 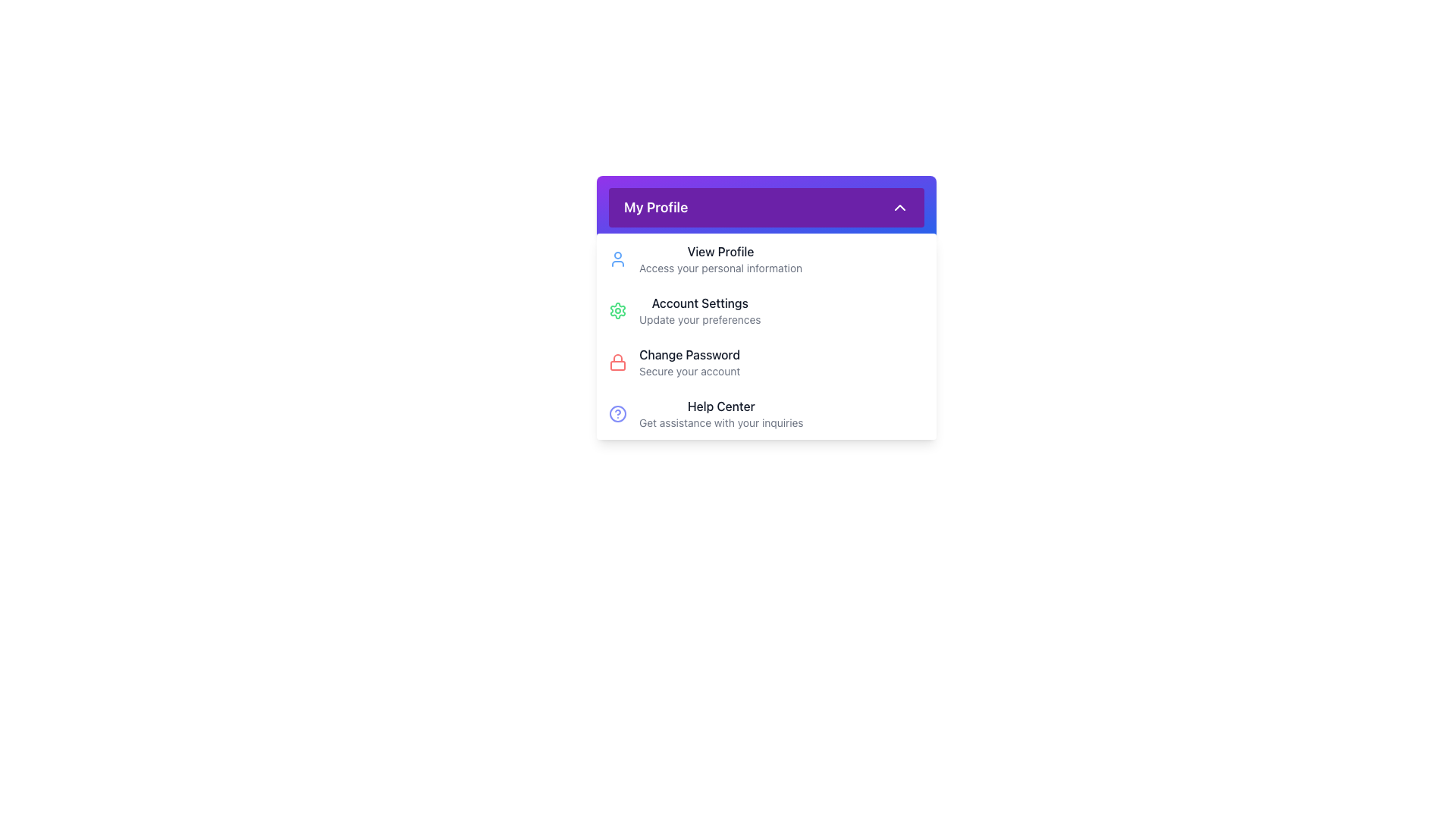 What do you see at coordinates (689, 354) in the screenshot?
I see `the 'Change Password' text label, which serves as a title for updating the user's password, located within the 'My Profile' section and aligned with a lock icon` at bounding box center [689, 354].